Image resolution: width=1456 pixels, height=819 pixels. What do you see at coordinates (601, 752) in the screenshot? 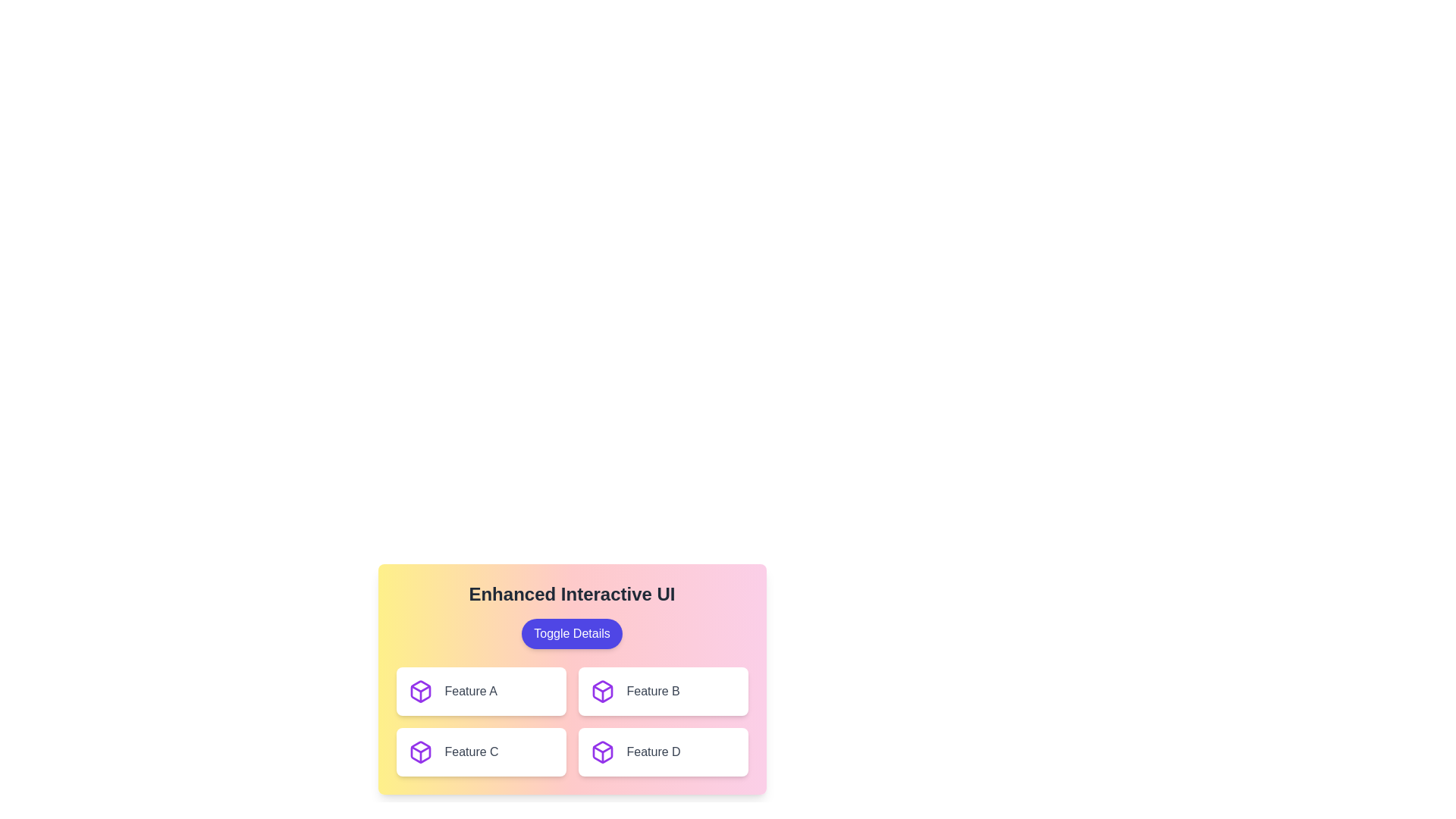
I see `the purple three-dimensional box icon representing Feature D, which is located in the lower-right corner of the grid among other icons` at bounding box center [601, 752].